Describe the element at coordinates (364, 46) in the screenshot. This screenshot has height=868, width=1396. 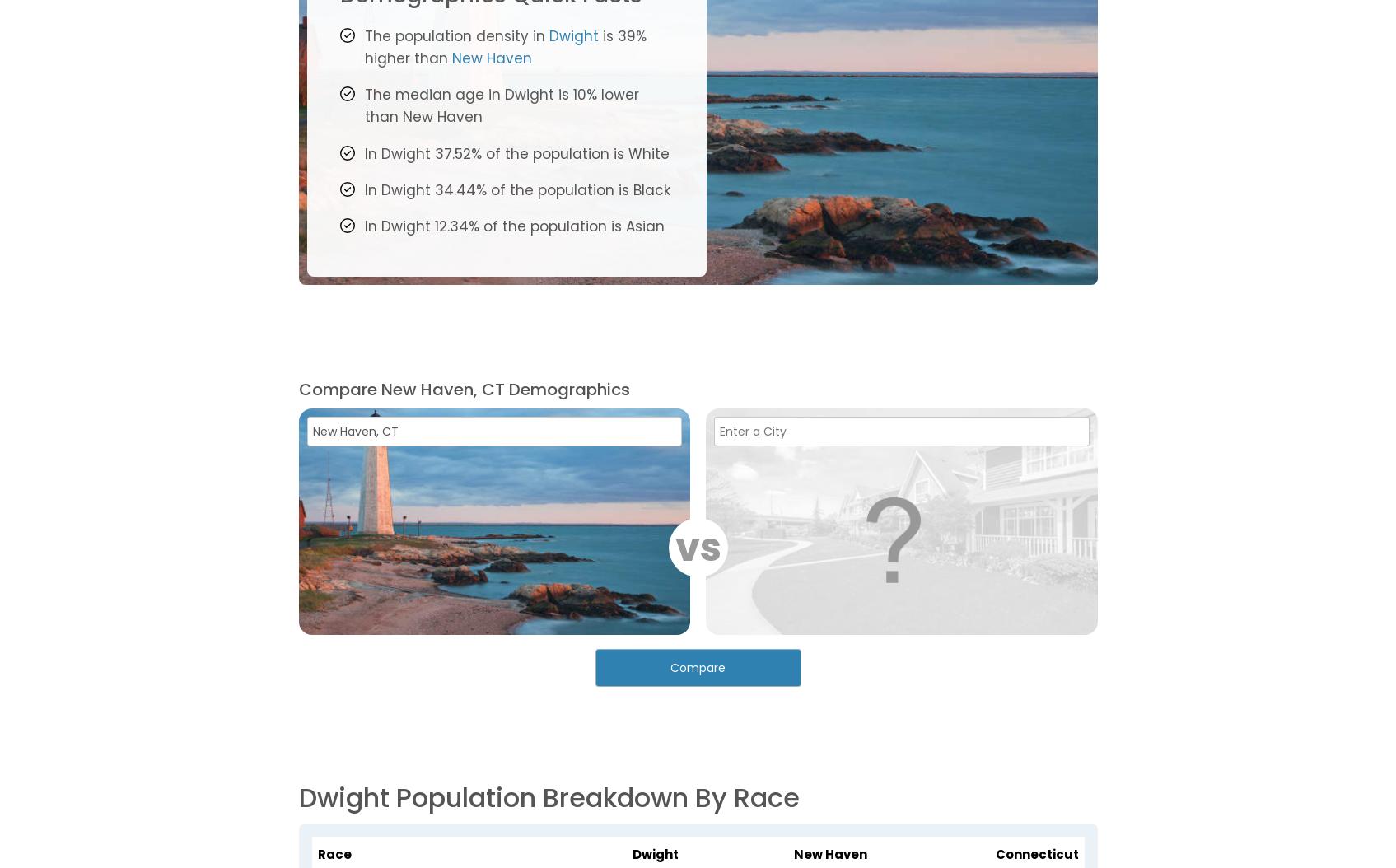
I see `'is 39% higher than'` at that location.